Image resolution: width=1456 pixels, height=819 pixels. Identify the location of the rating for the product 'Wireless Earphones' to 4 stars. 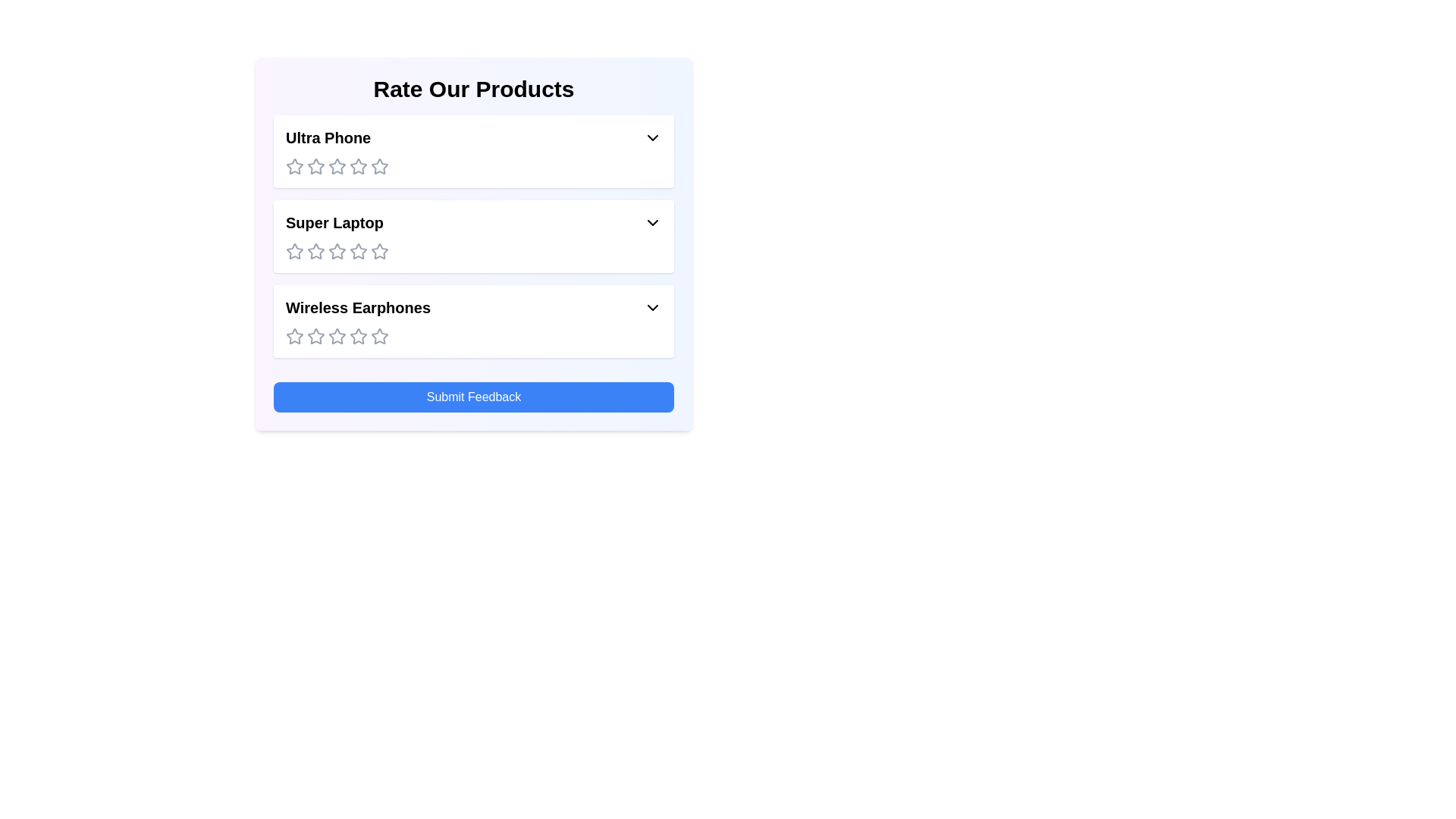
(358, 335).